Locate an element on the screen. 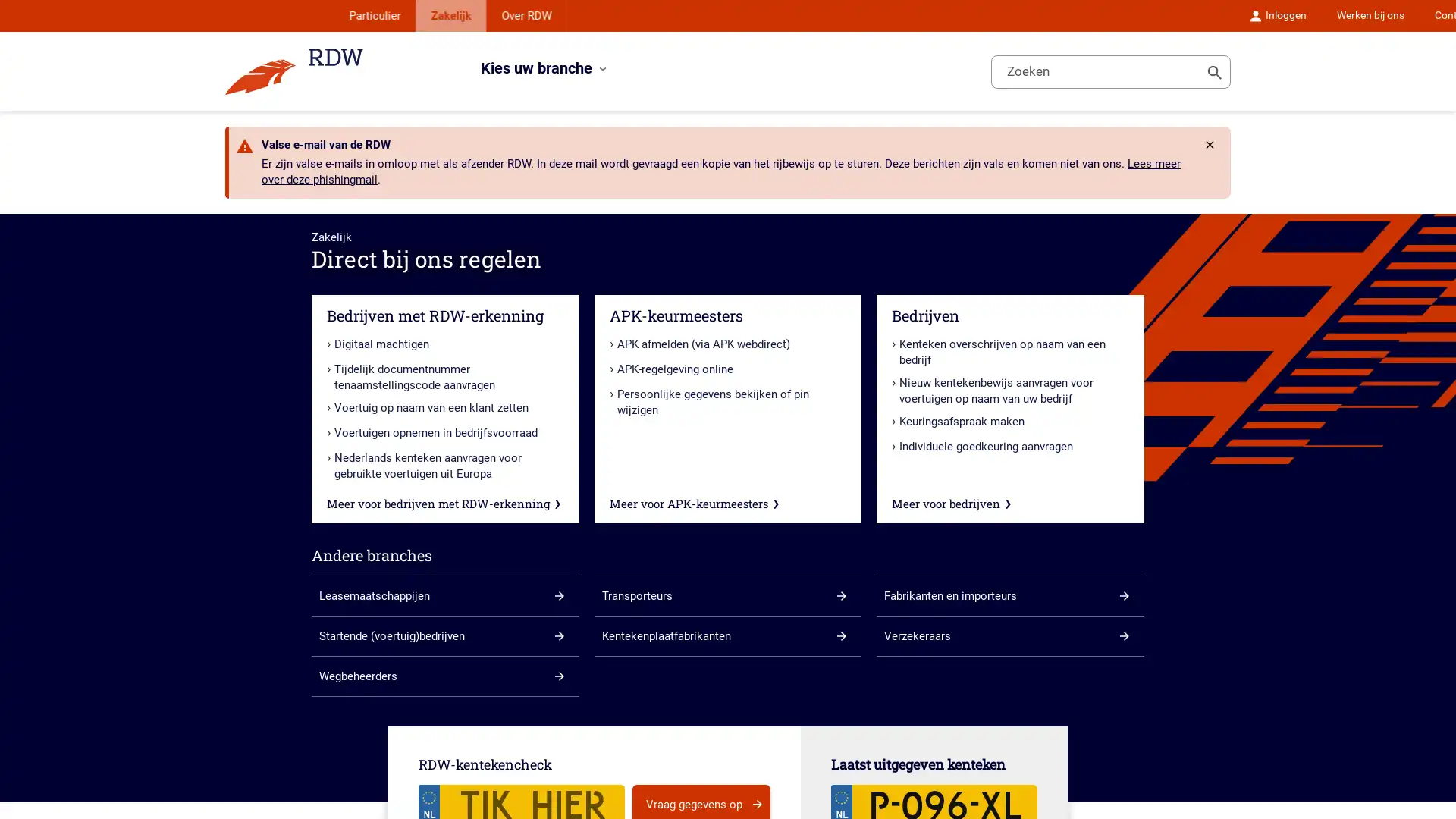  Toon zoeken is located at coordinates (1214, 72).